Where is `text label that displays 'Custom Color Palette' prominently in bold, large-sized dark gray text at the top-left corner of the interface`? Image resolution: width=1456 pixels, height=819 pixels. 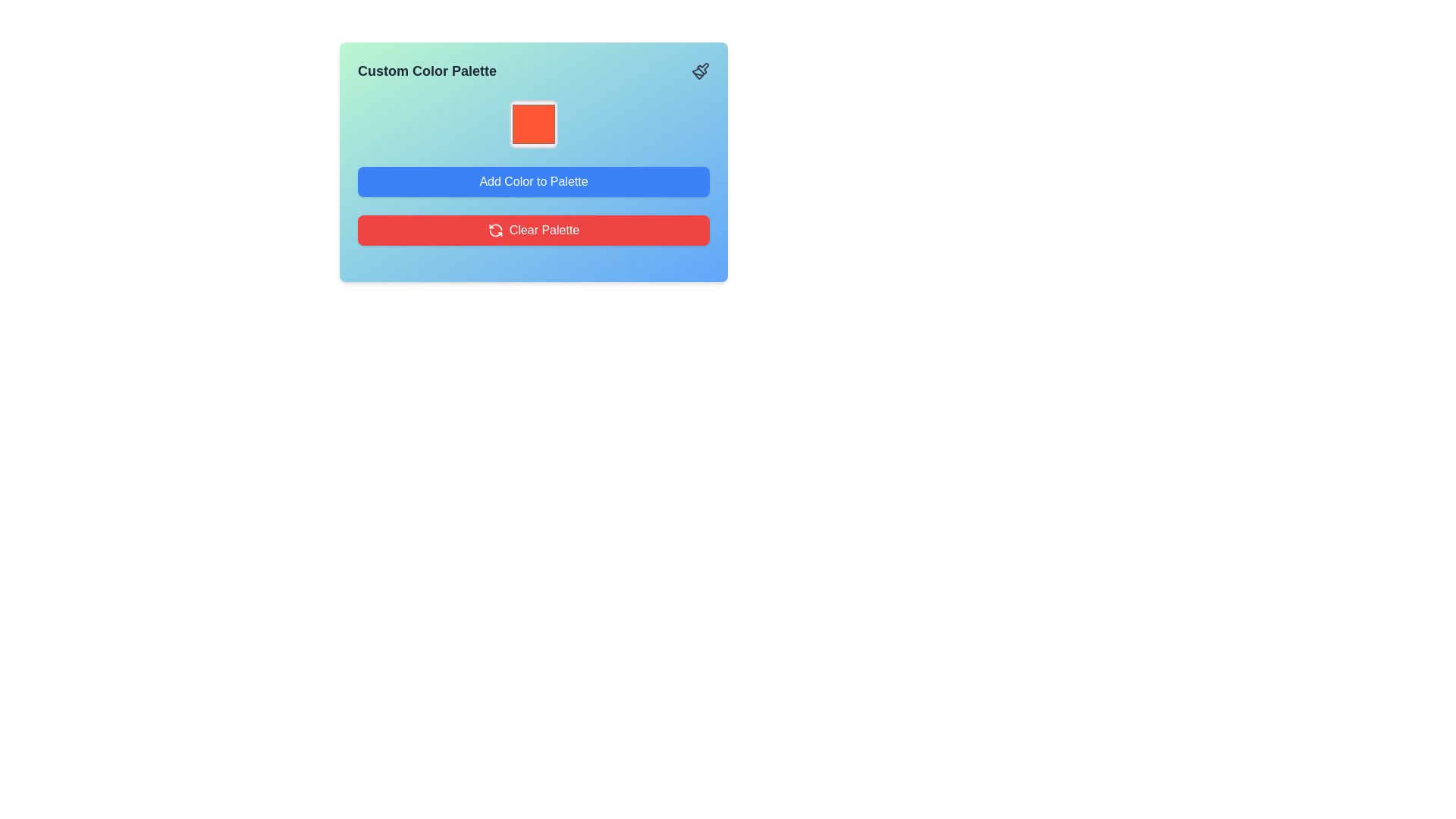
text label that displays 'Custom Color Palette' prominently in bold, large-sized dark gray text at the top-left corner of the interface is located at coordinates (426, 71).